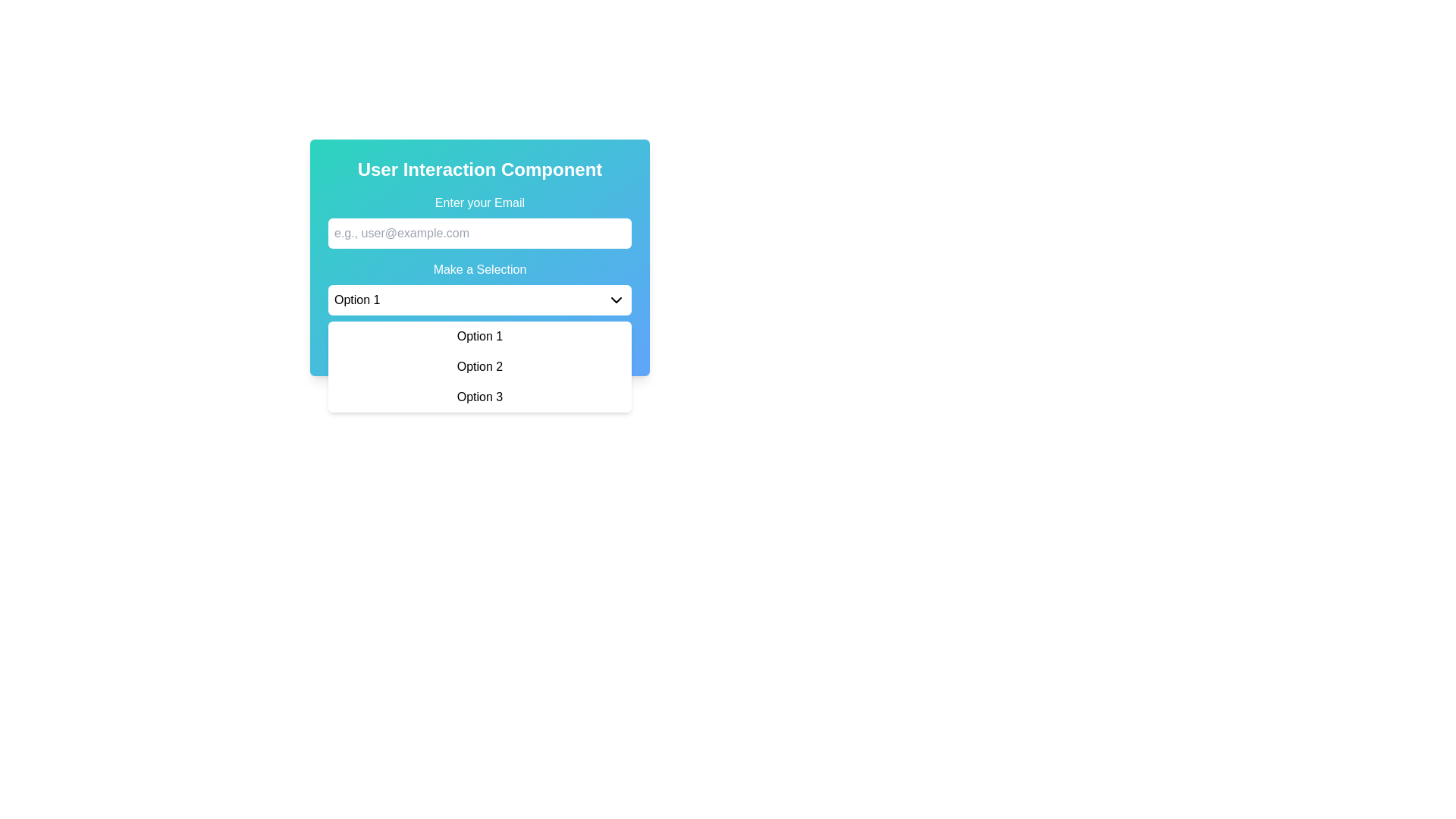 The width and height of the screenshot is (1456, 819). I want to click on a specific option in the dropdown menu located below the input labeled 'Option 1' to make a selection, so click(479, 366).